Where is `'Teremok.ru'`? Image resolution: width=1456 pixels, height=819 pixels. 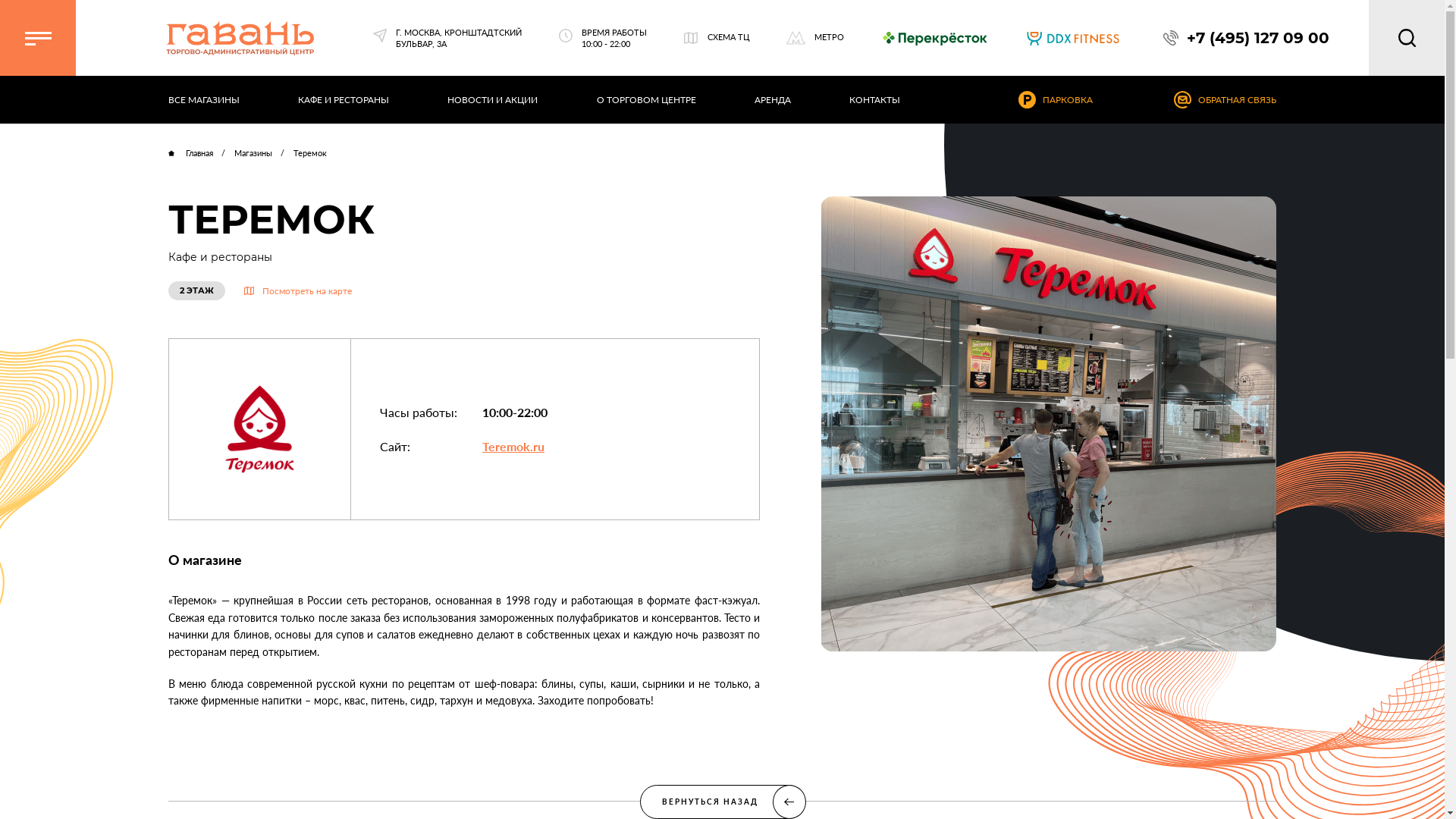
'Teremok.ru' is located at coordinates (513, 445).